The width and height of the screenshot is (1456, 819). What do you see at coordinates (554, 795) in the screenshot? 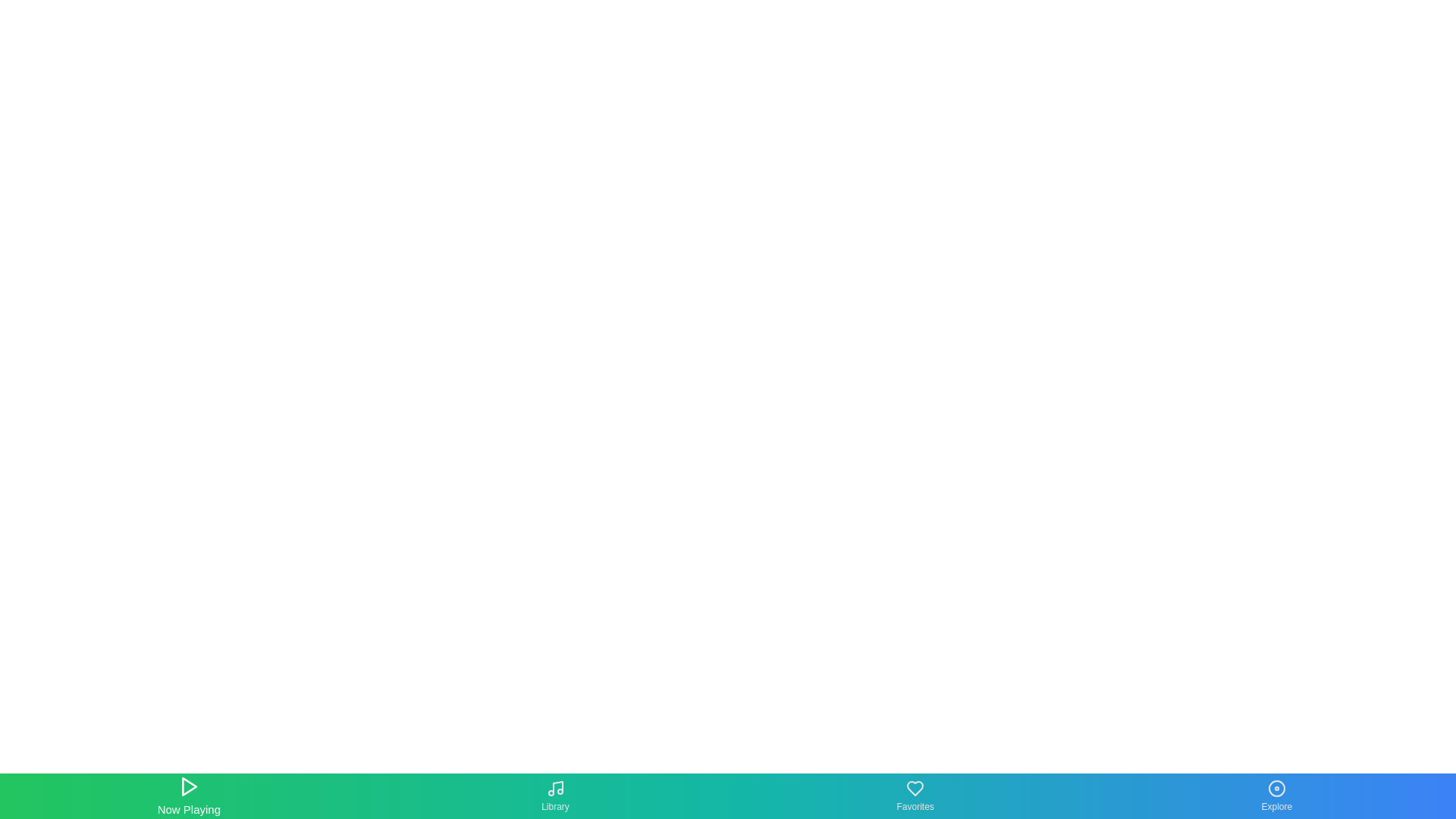
I see `the Library tab in the bottom navigation bar` at bounding box center [554, 795].